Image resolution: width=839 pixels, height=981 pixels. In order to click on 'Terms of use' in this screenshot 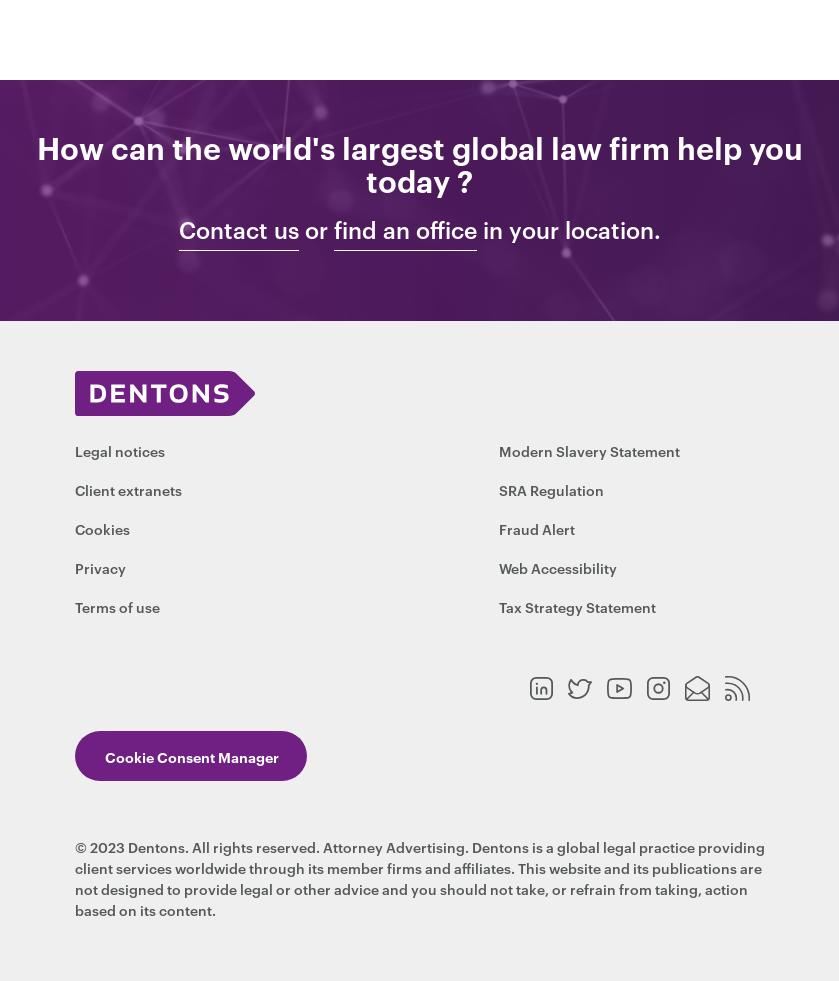, I will do `click(73, 606)`.